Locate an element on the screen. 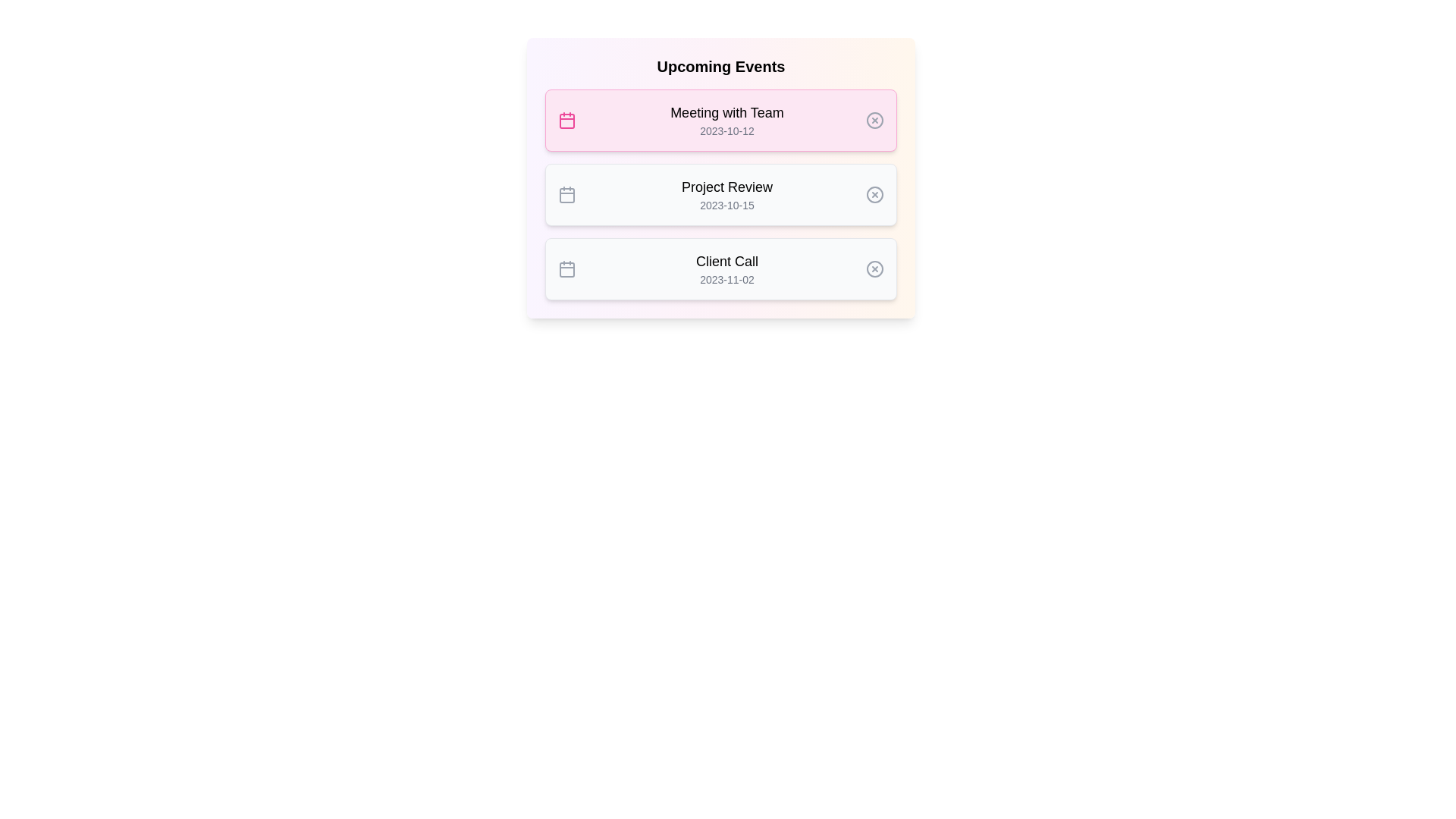  close button on the chip labeled 'Project Review' to remove it is located at coordinates (874, 194).